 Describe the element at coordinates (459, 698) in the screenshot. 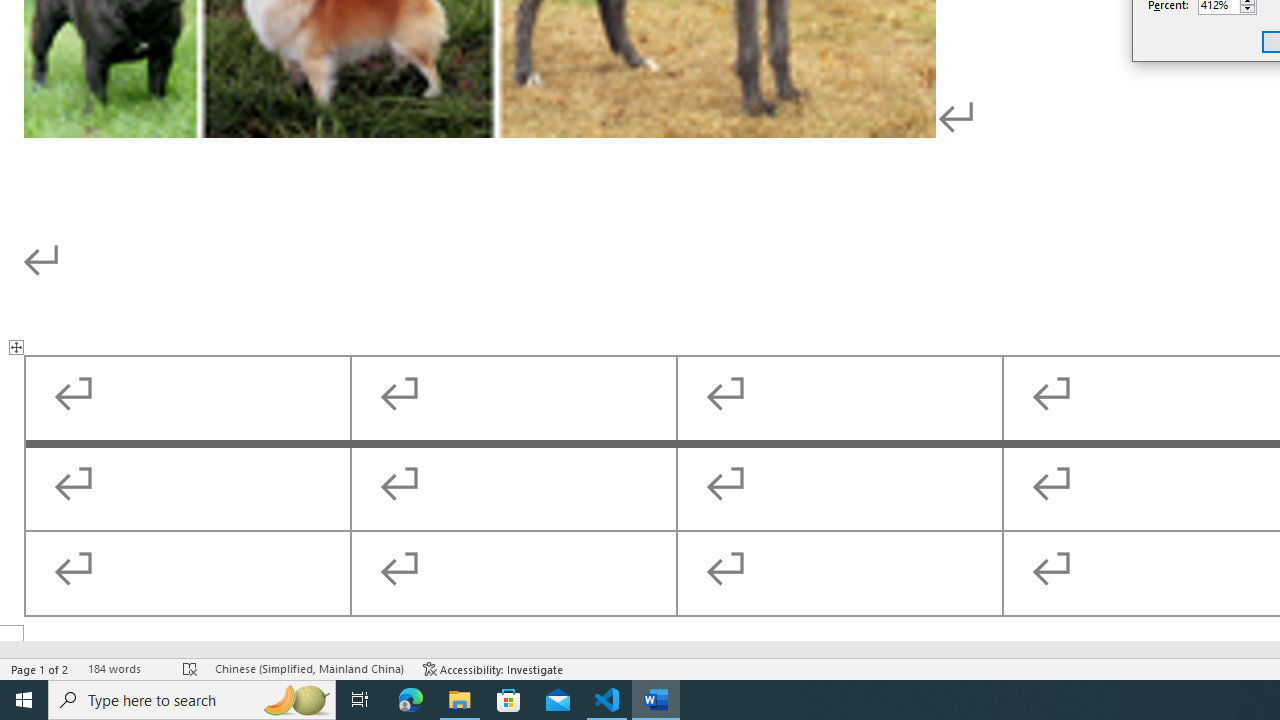

I see `'File Explorer - 1 running window'` at that location.